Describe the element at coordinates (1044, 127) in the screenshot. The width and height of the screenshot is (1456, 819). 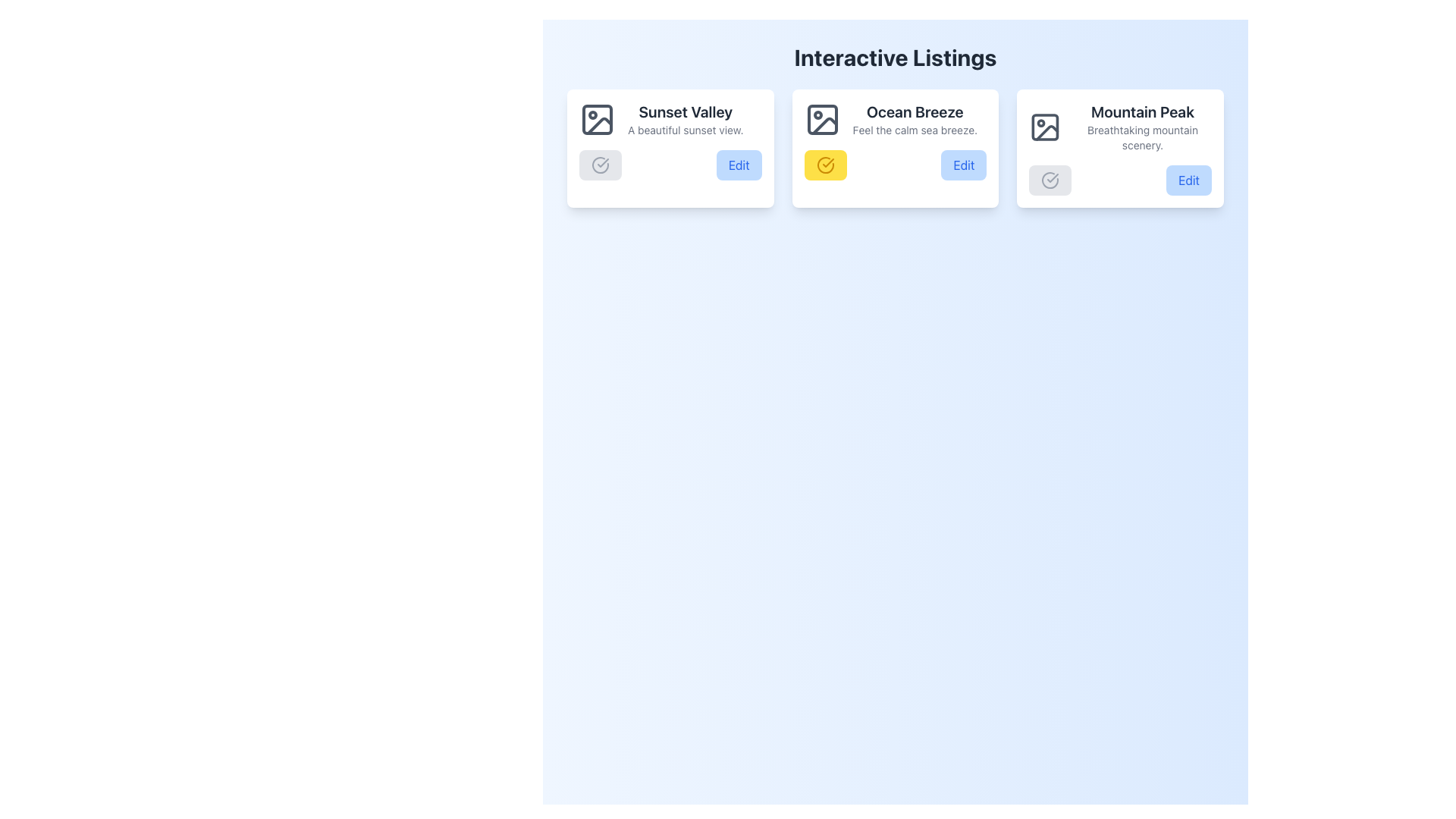
I see `the decorative visual element within the 'Mountain Peak' card, which features a rectangular shape and is outlined in red, located to the left of the card's text content` at that location.